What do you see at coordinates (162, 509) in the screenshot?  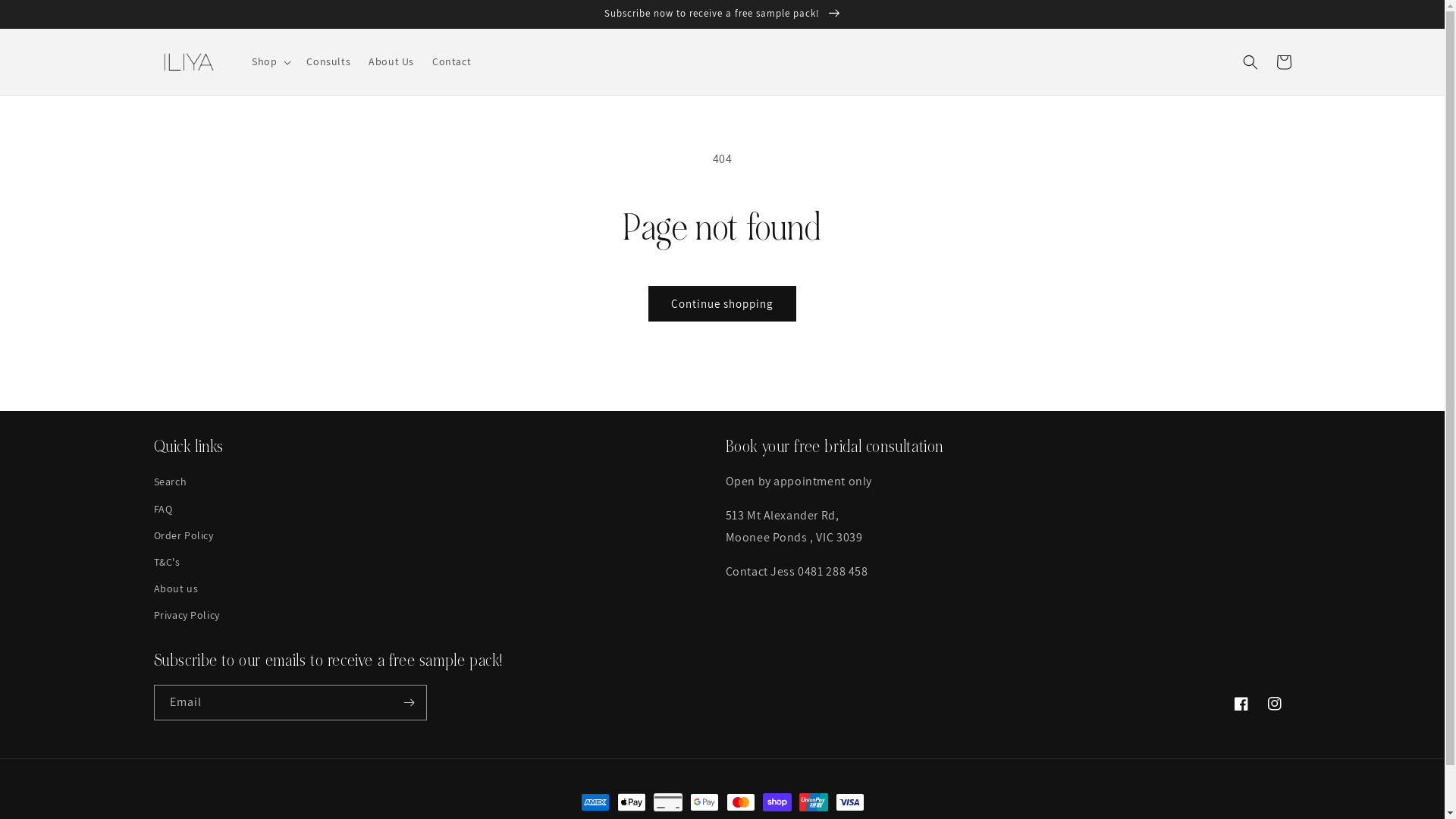 I see `'FAQ'` at bounding box center [162, 509].